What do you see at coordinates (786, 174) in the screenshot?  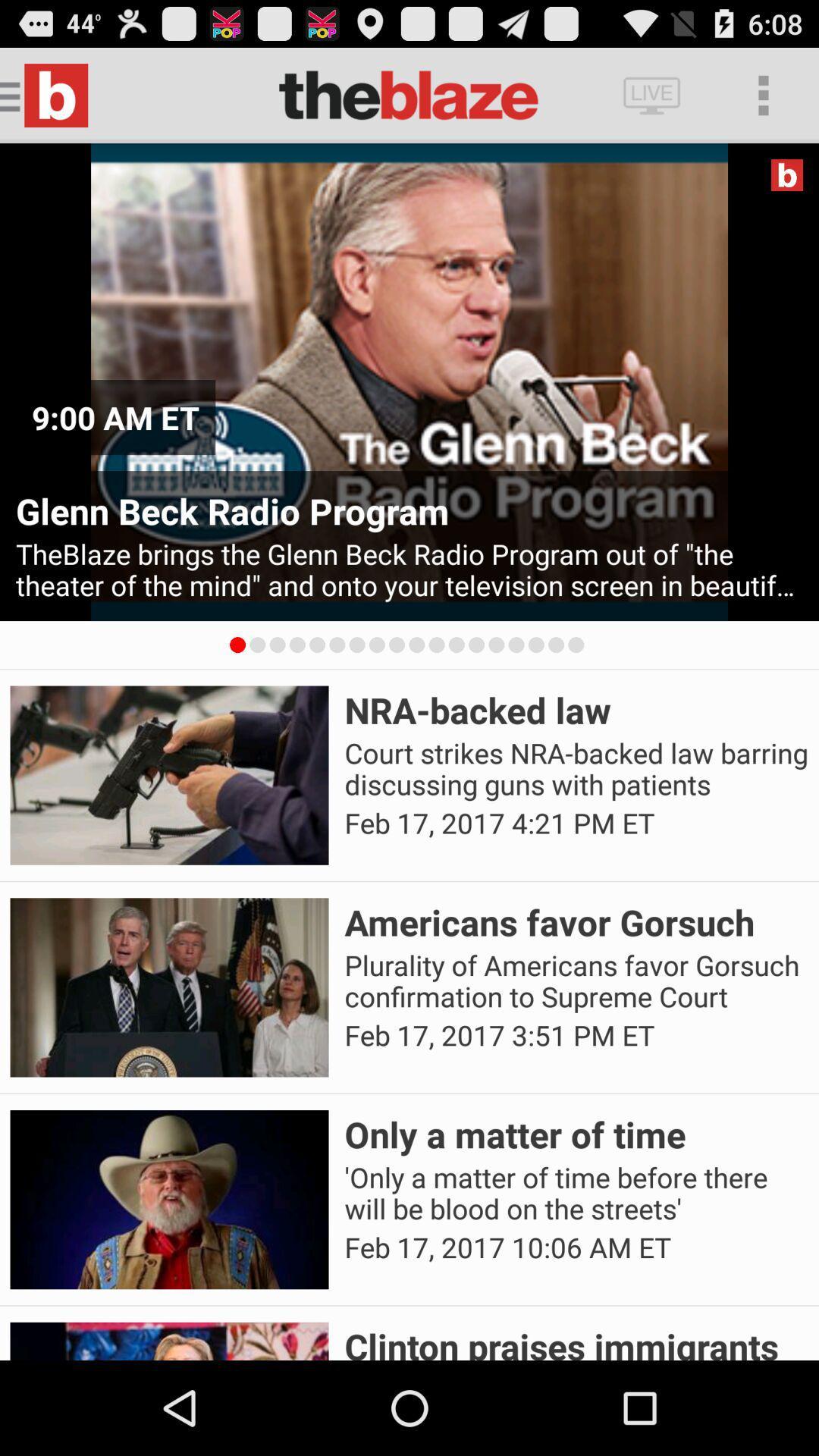 I see `the app above glenn beck radio icon` at bounding box center [786, 174].